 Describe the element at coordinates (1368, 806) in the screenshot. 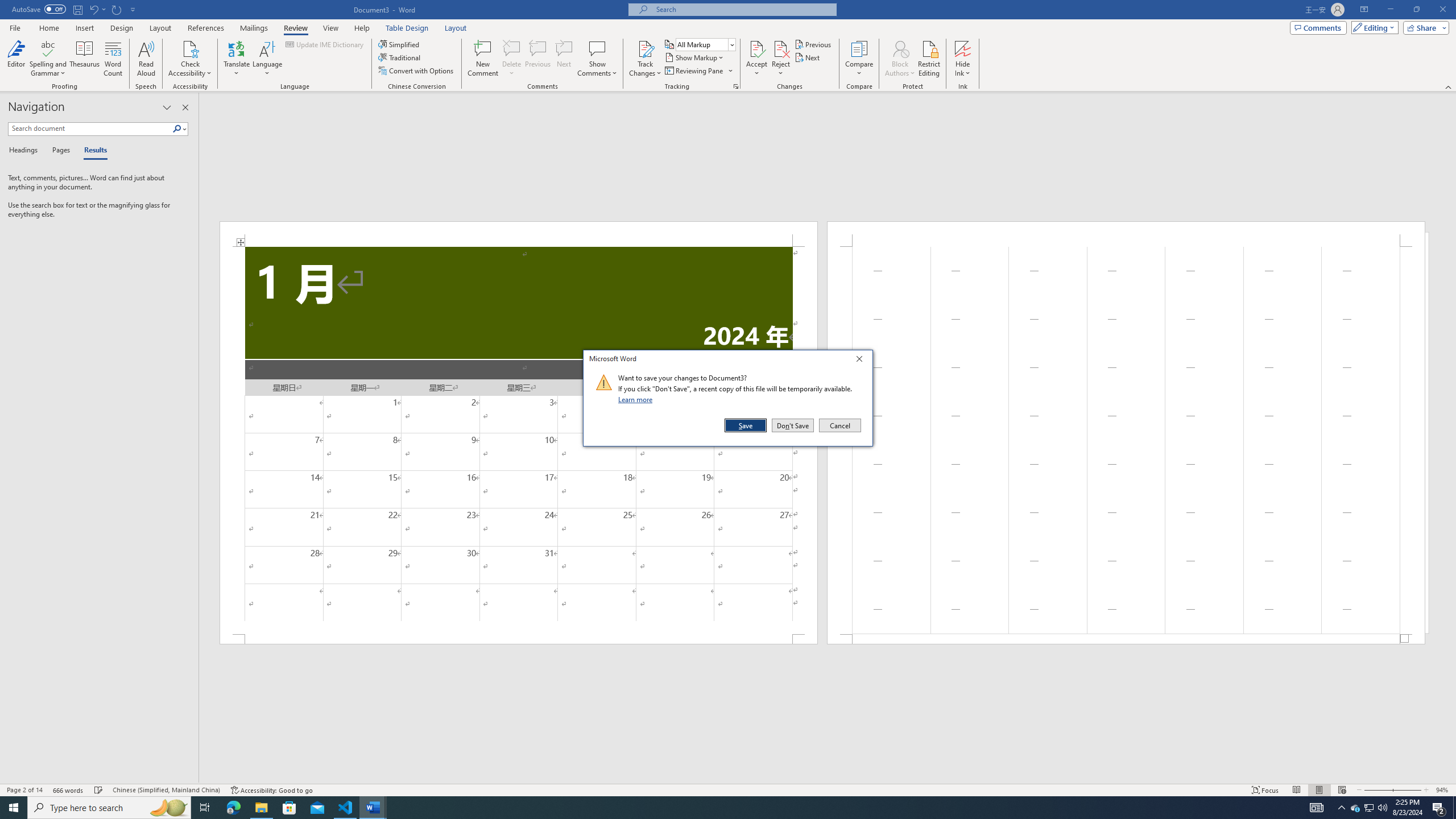

I see `'User Promoted Notification Area'` at that location.